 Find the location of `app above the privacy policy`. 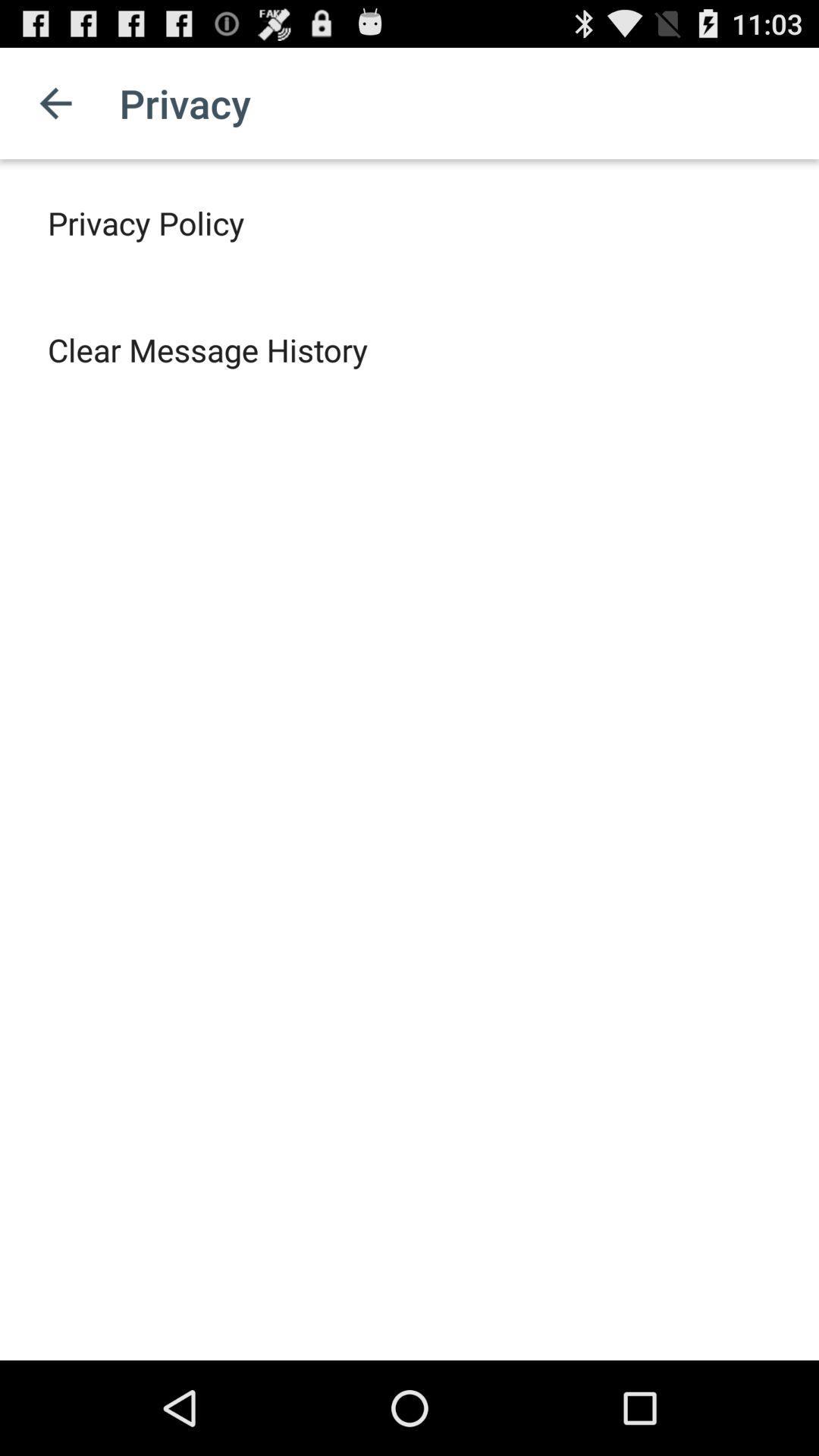

app above the privacy policy is located at coordinates (55, 102).